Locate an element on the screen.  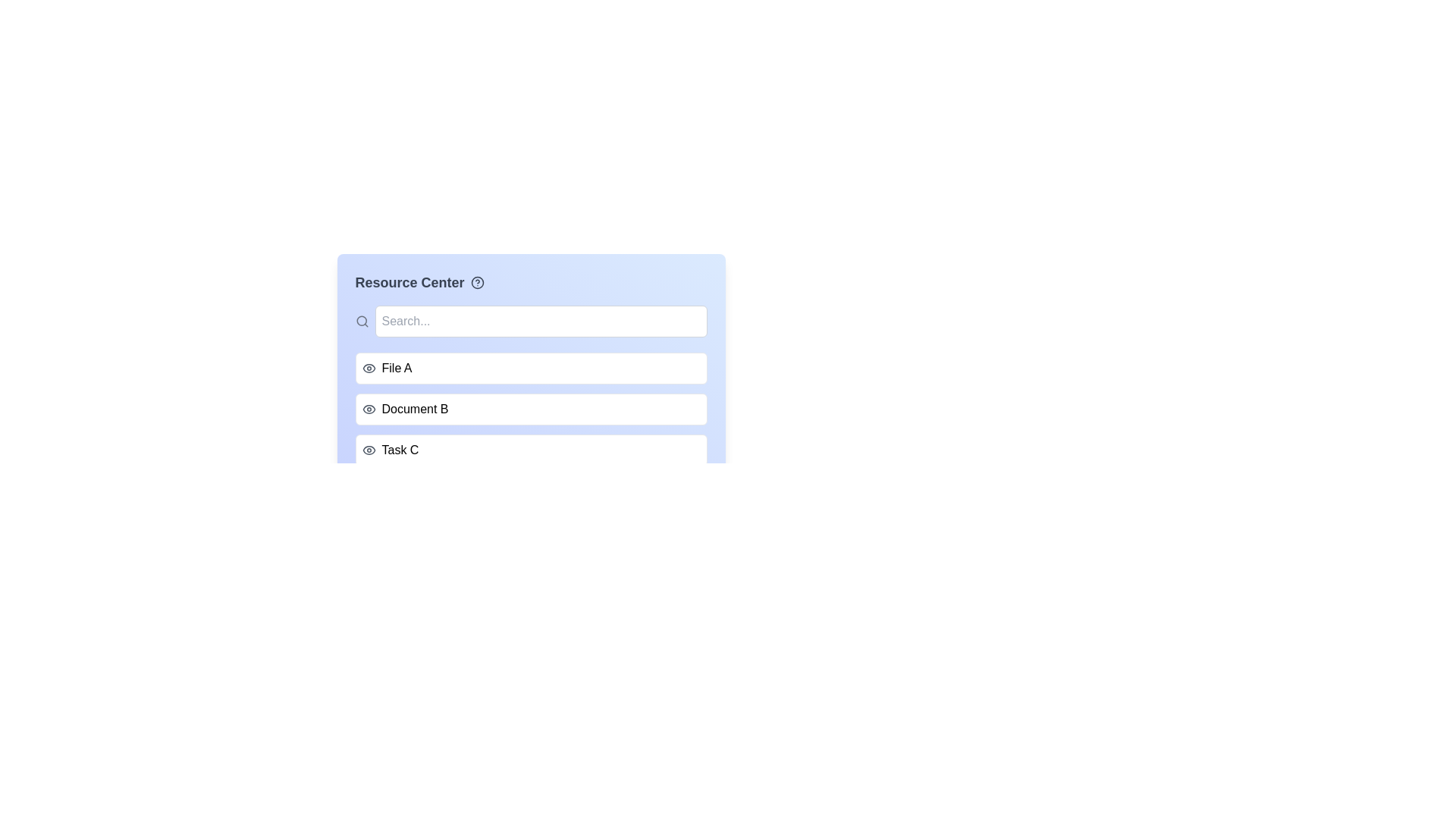
the text label displaying 'Task C', which is positioned to the right of an eye icon within the selectable item group under the 'Resource Center' header is located at coordinates (400, 450).